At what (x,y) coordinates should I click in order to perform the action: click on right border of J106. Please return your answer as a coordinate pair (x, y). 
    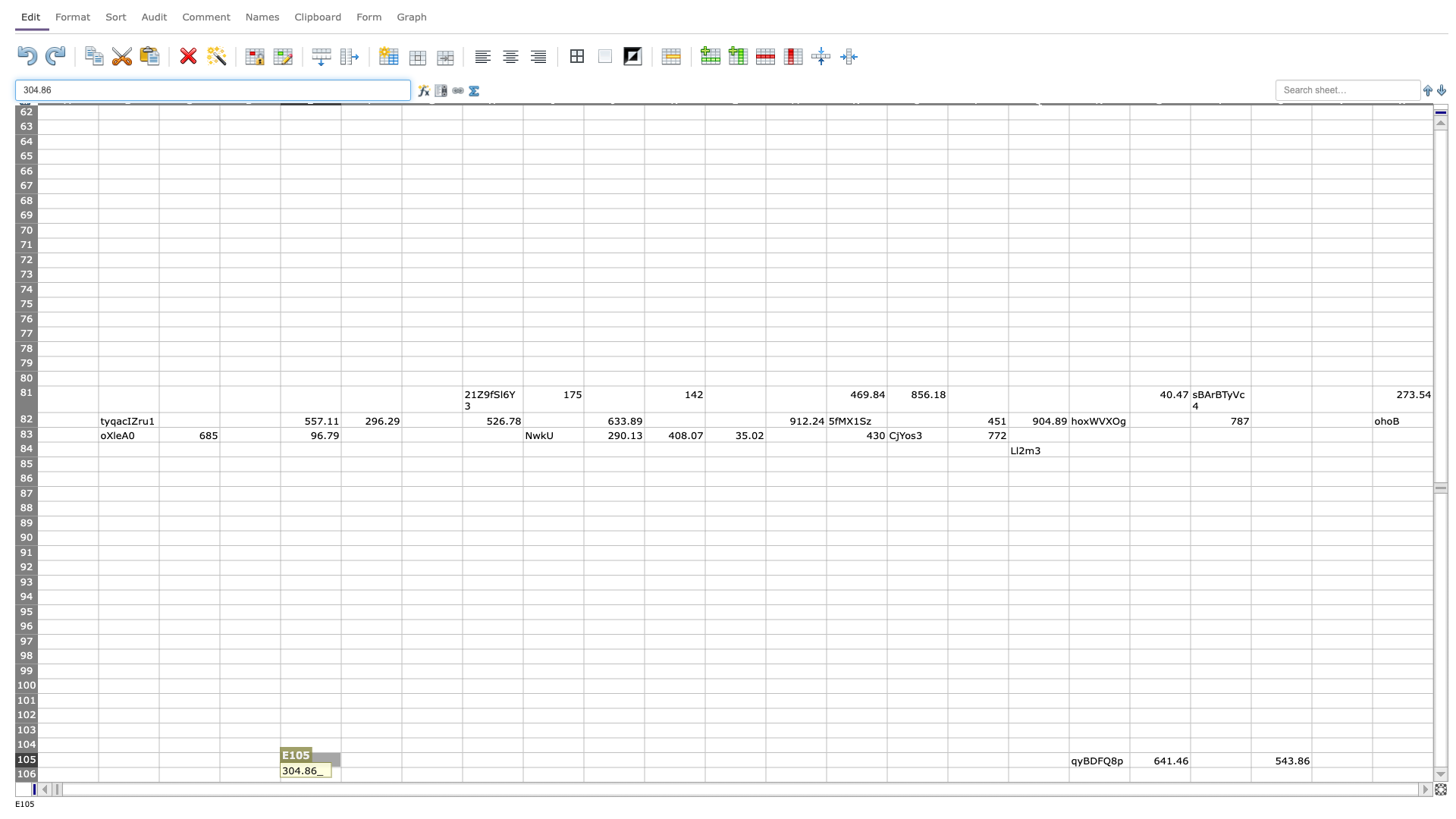
    Looking at the image, I should click on (644, 774).